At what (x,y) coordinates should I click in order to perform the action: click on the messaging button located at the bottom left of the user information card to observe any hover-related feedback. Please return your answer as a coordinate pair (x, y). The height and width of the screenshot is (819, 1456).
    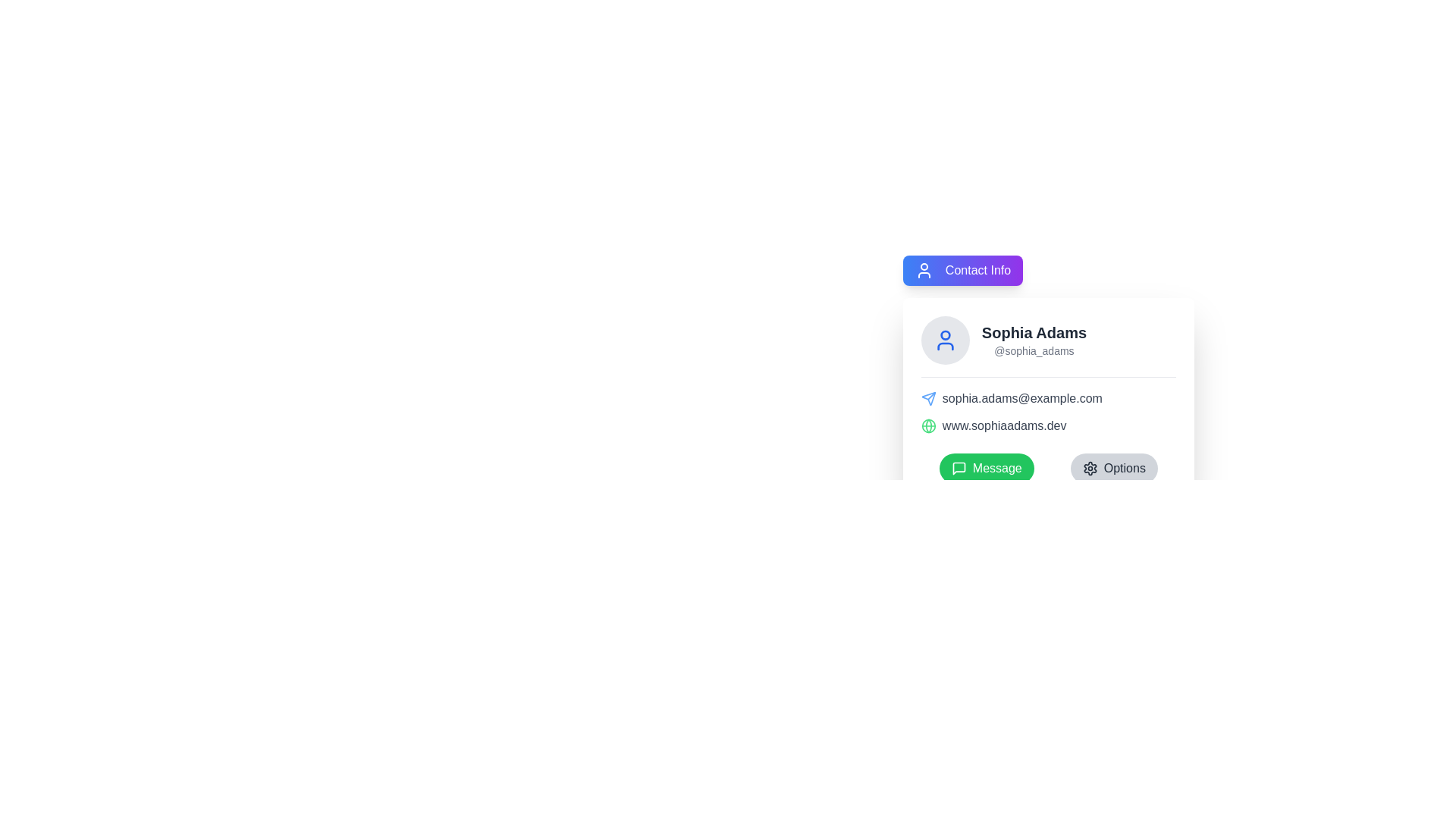
    Looking at the image, I should click on (987, 467).